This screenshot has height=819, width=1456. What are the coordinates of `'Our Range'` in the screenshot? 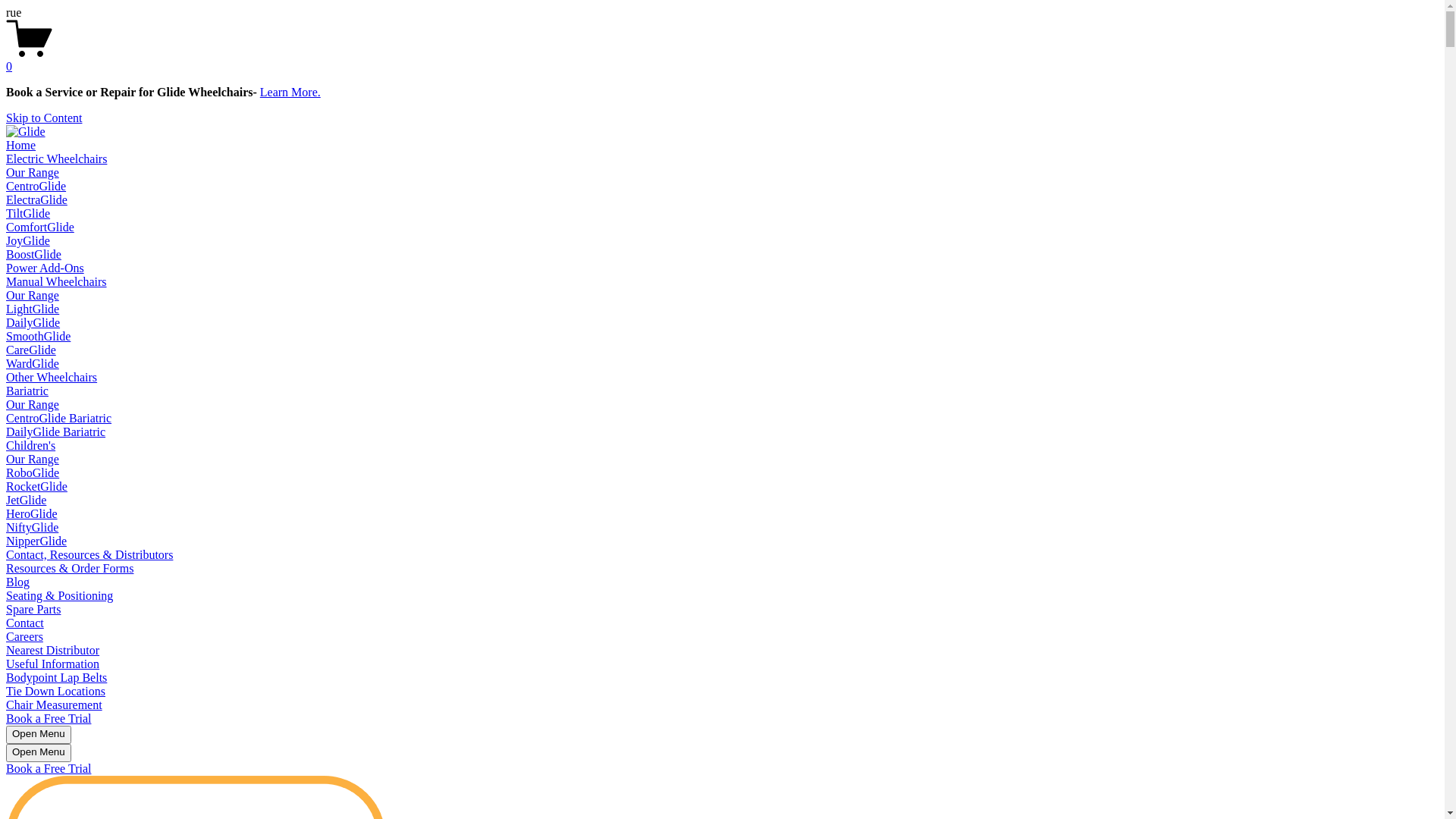 It's located at (33, 403).